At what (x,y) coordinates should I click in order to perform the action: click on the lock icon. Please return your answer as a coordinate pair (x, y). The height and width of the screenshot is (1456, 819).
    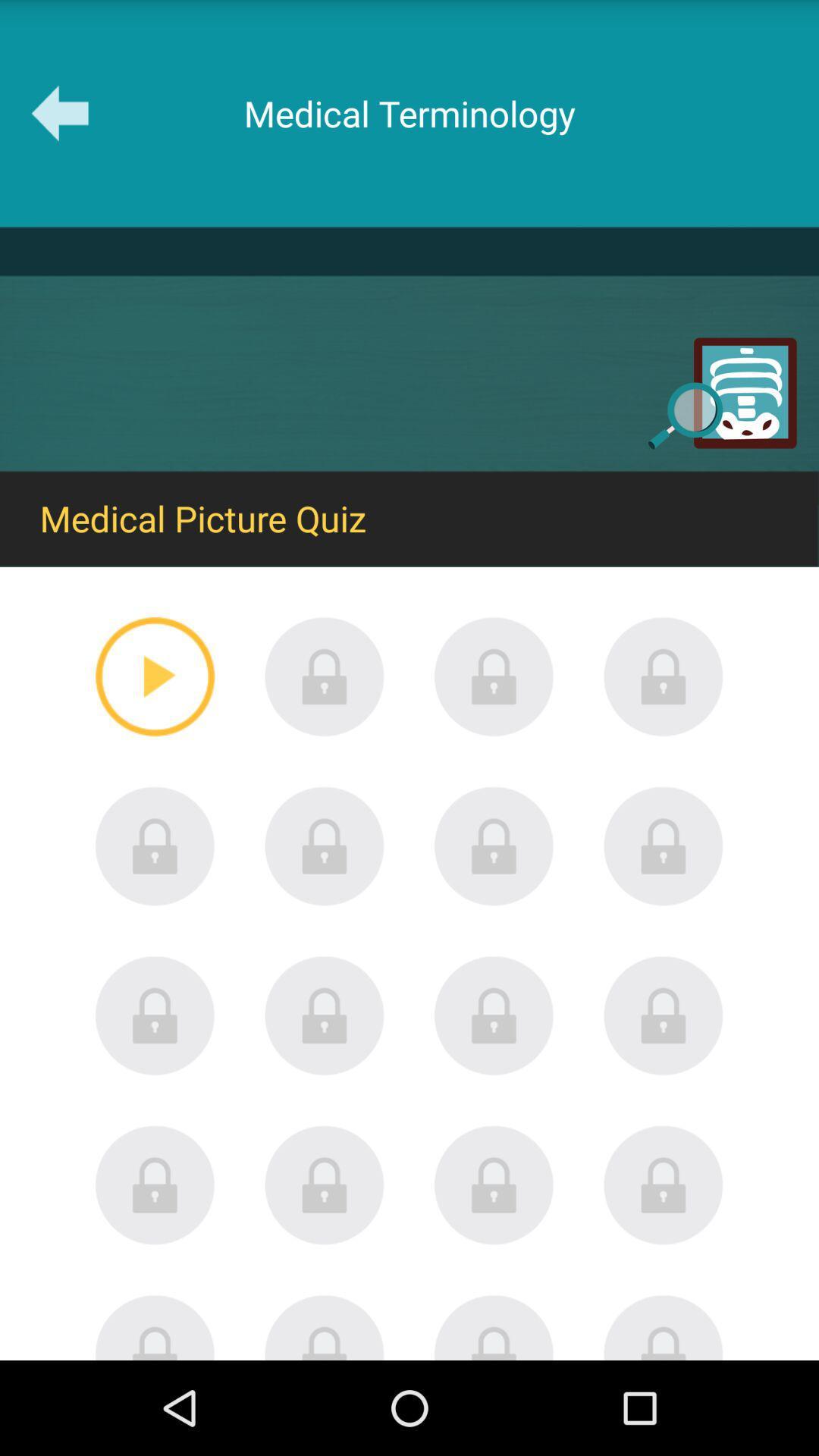
    Looking at the image, I should click on (663, 1086).